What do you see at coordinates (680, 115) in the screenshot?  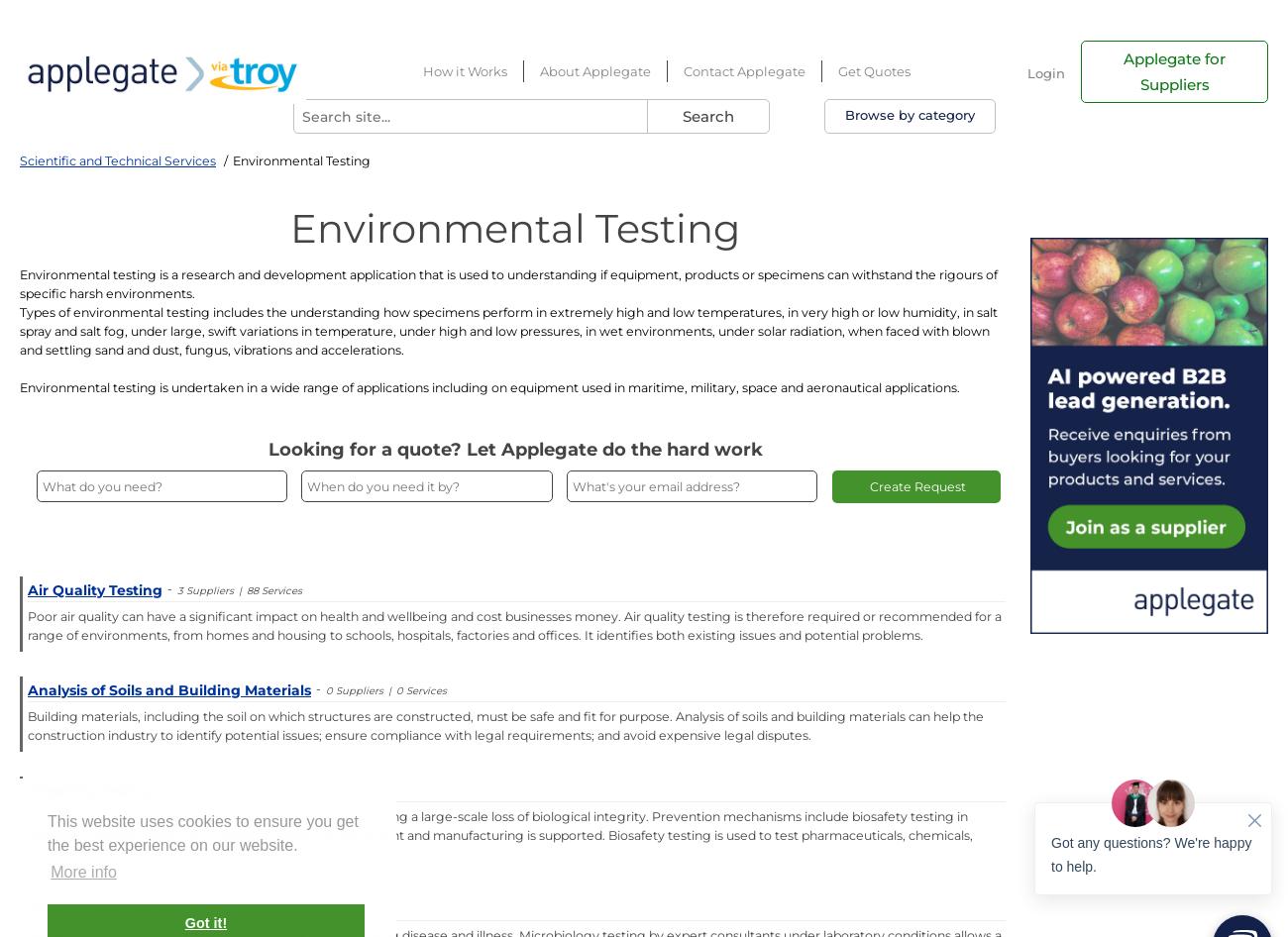 I see `'Search'` at bounding box center [680, 115].